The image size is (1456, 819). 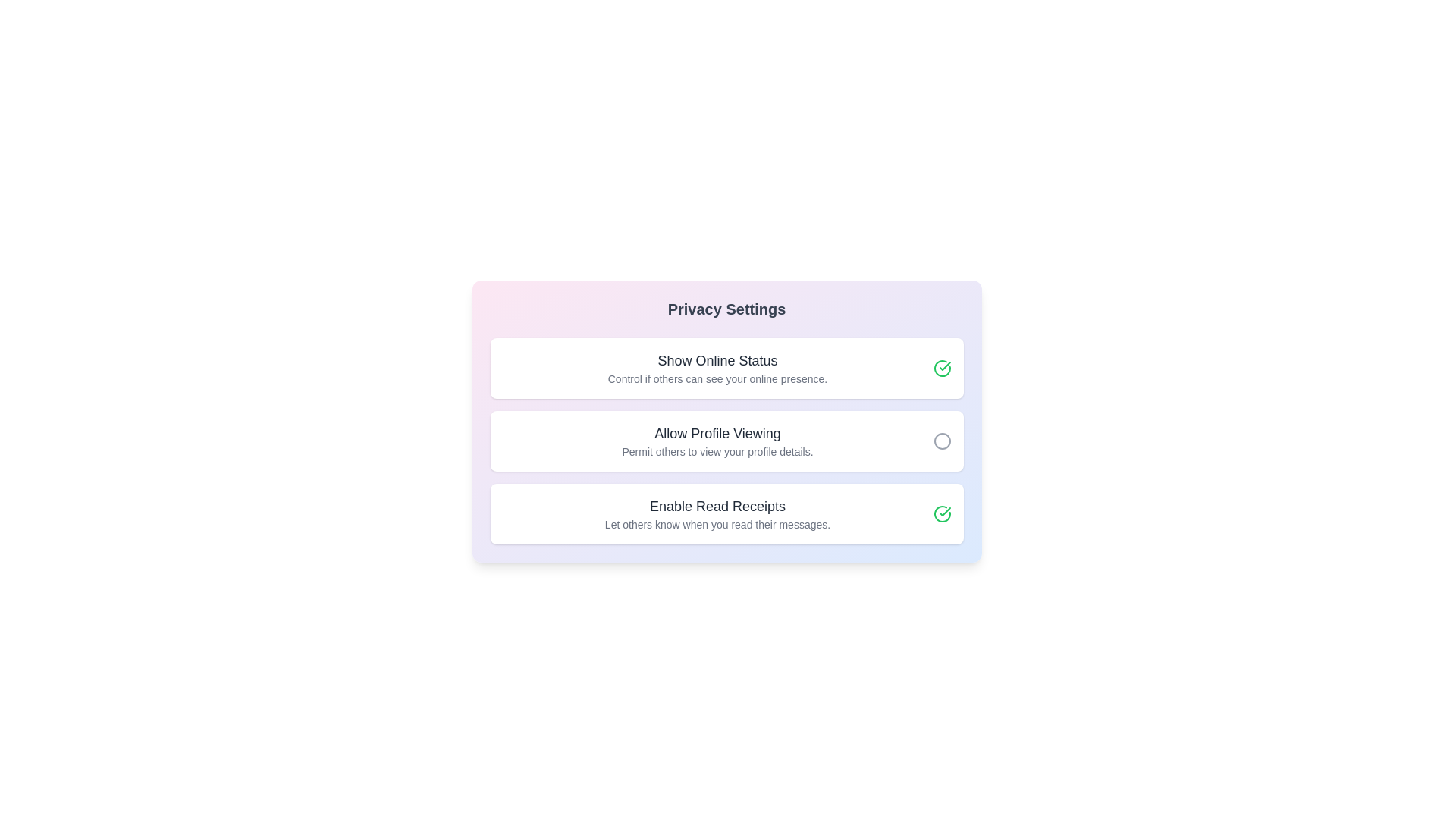 What do you see at coordinates (717, 433) in the screenshot?
I see `the text of the label and description for the option Allow Profile Viewing` at bounding box center [717, 433].